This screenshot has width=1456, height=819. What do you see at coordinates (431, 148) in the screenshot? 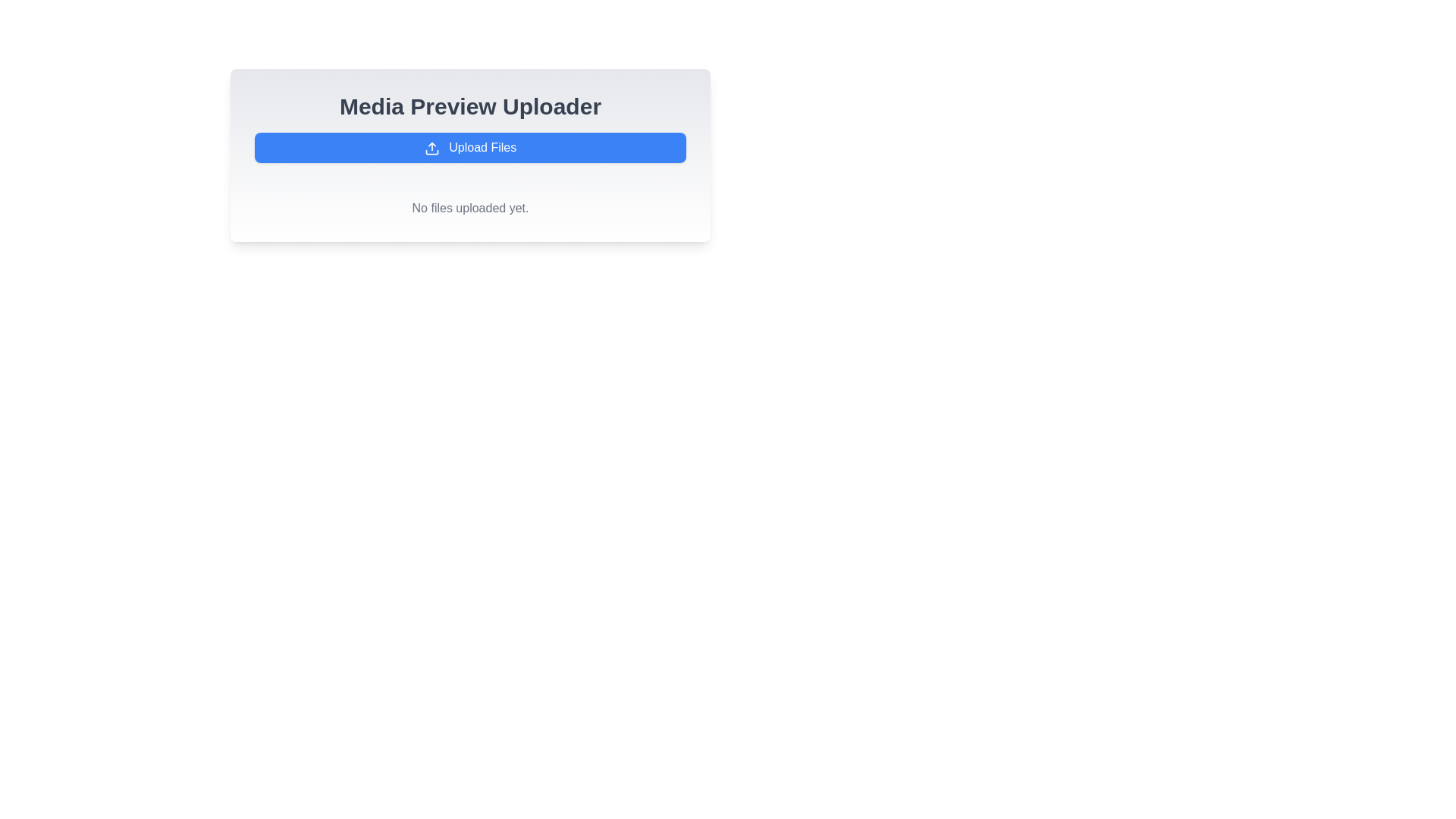
I see `the upload icon, which is represented by an upward-pointing arrow with a blue background and white foreground, located to the left of the 'Upload Files' button` at bounding box center [431, 148].